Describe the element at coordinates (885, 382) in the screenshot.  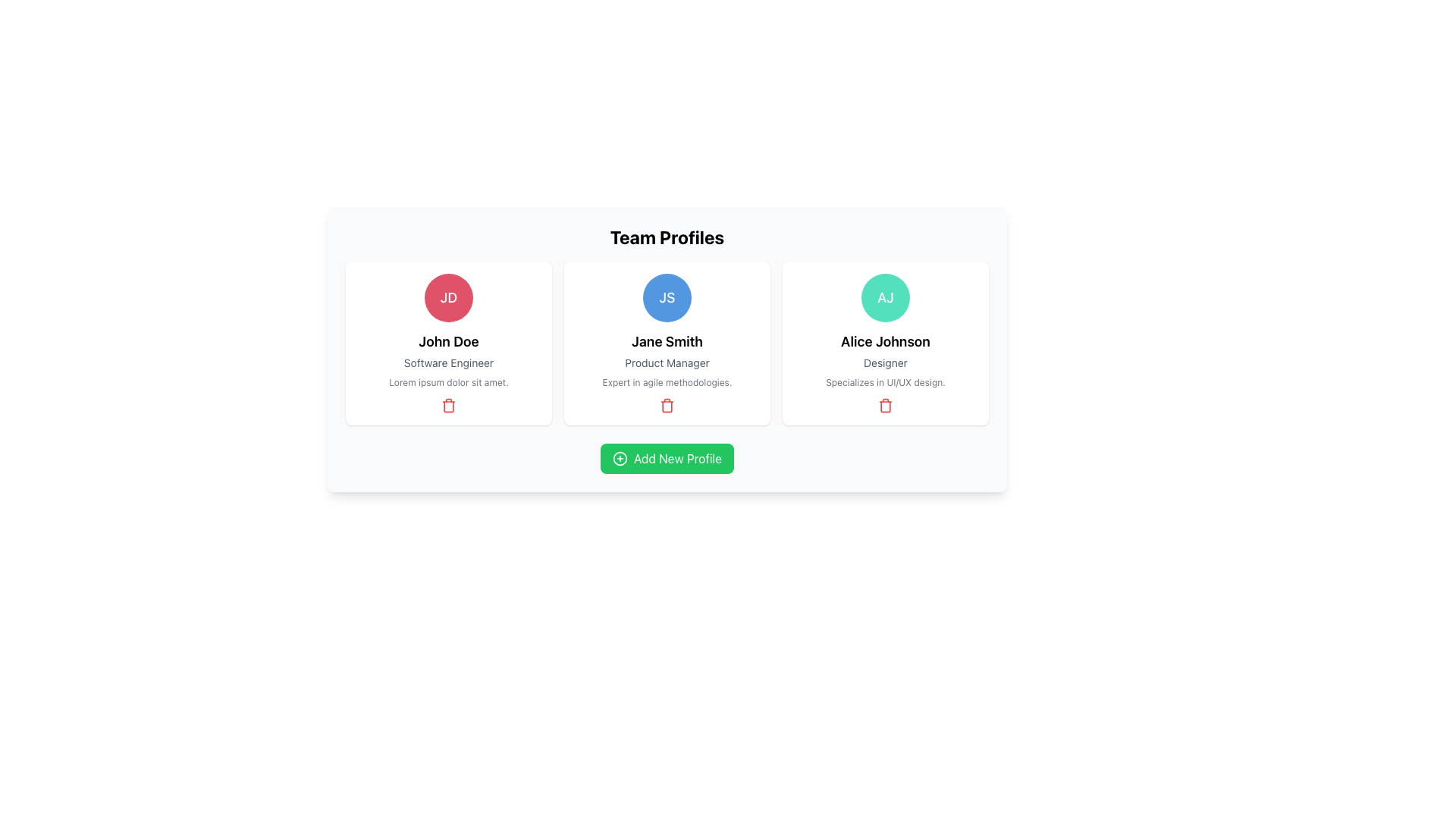
I see `descriptive Static Text about the individual featured in the rightmost profile card, located beneath the 'Designer' label and above a graphical button` at that location.